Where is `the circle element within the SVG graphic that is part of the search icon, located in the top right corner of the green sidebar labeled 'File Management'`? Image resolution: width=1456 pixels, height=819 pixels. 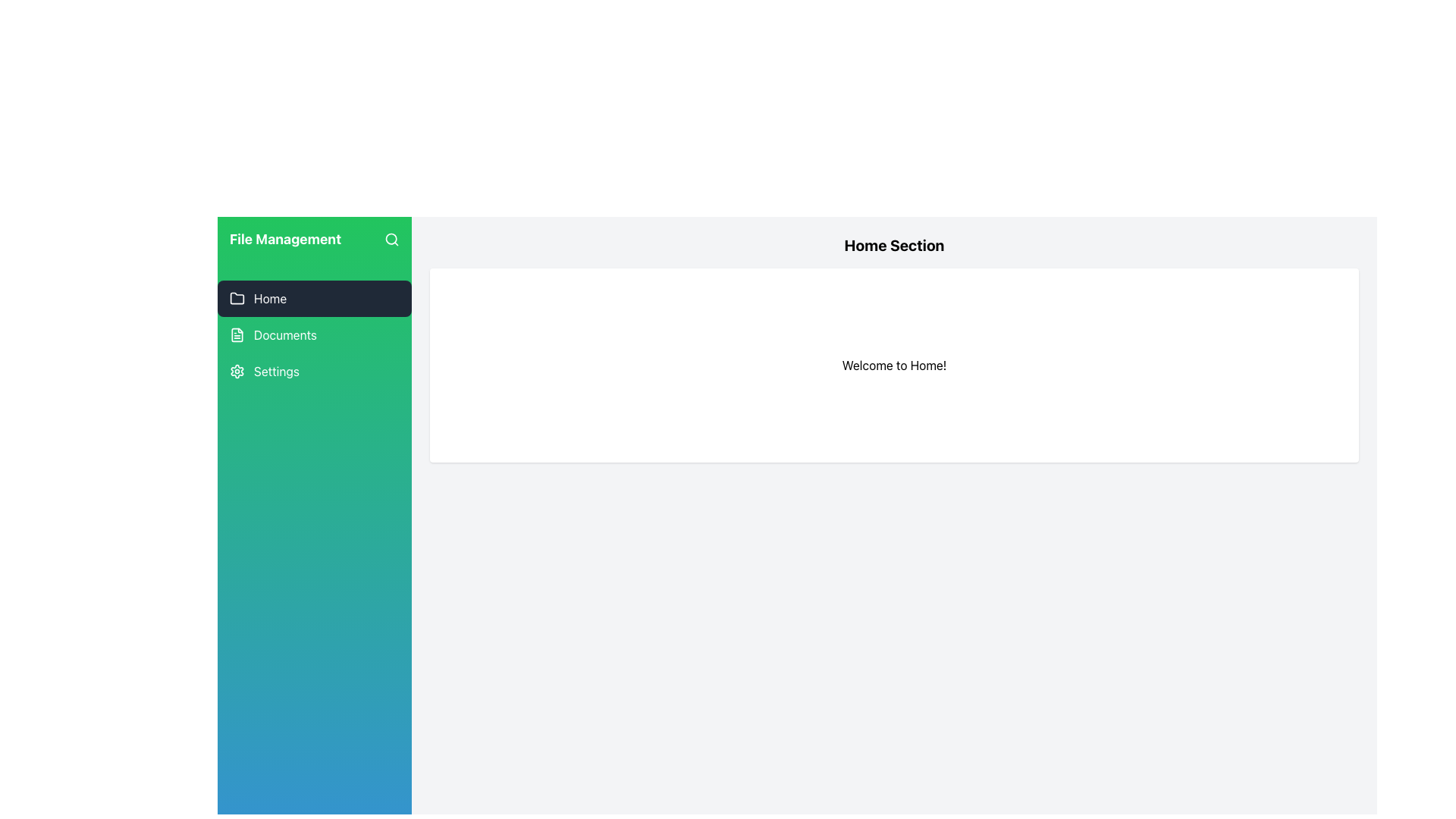 the circle element within the SVG graphic that is part of the search icon, located in the top right corner of the green sidebar labeled 'File Management' is located at coordinates (391, 239).